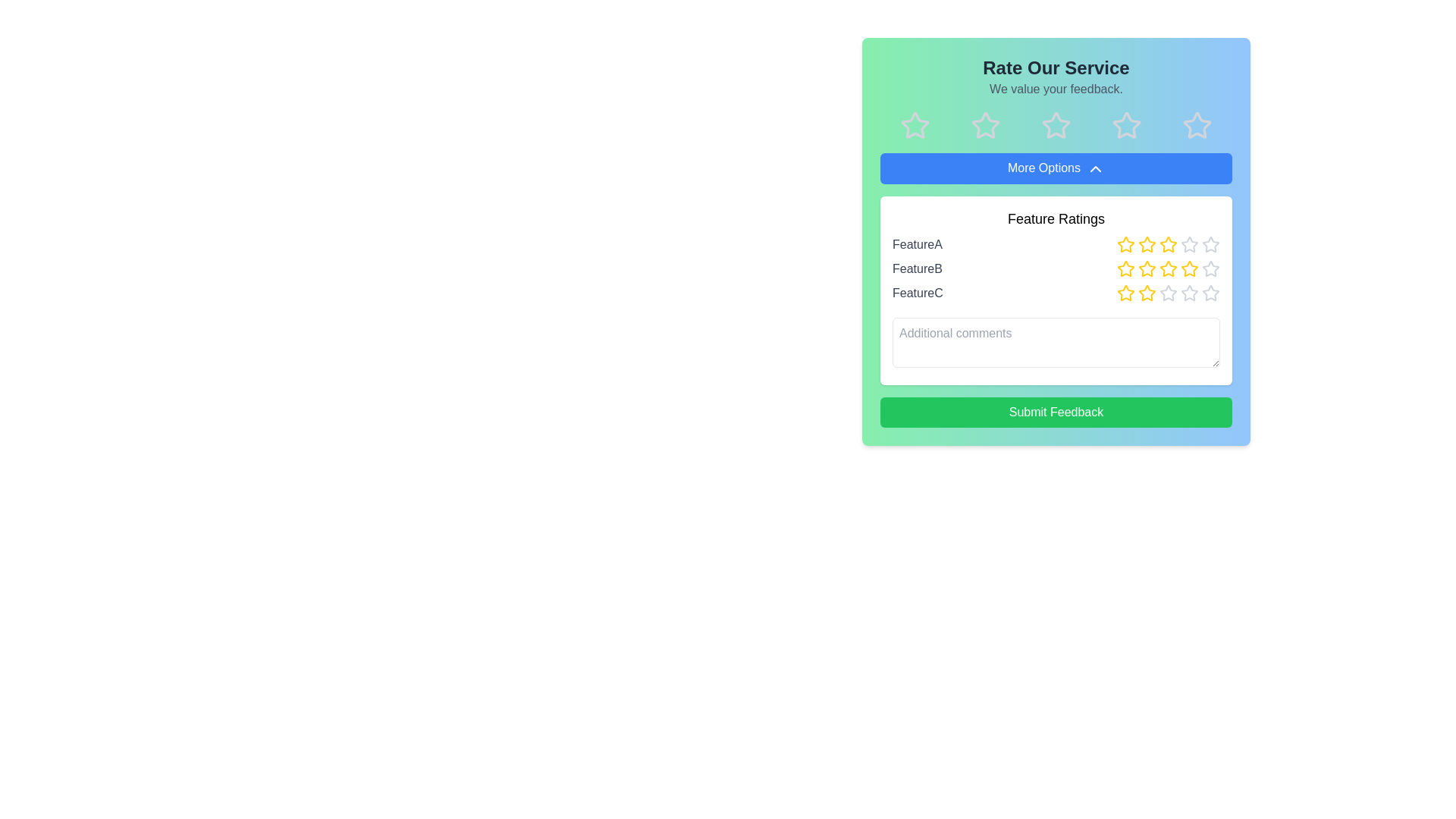  I want to click on the third star icon of the Rating component located in the 'Feature Ratings' section next to the label 'FeatureC' to set a rating, so click(1167, 292).